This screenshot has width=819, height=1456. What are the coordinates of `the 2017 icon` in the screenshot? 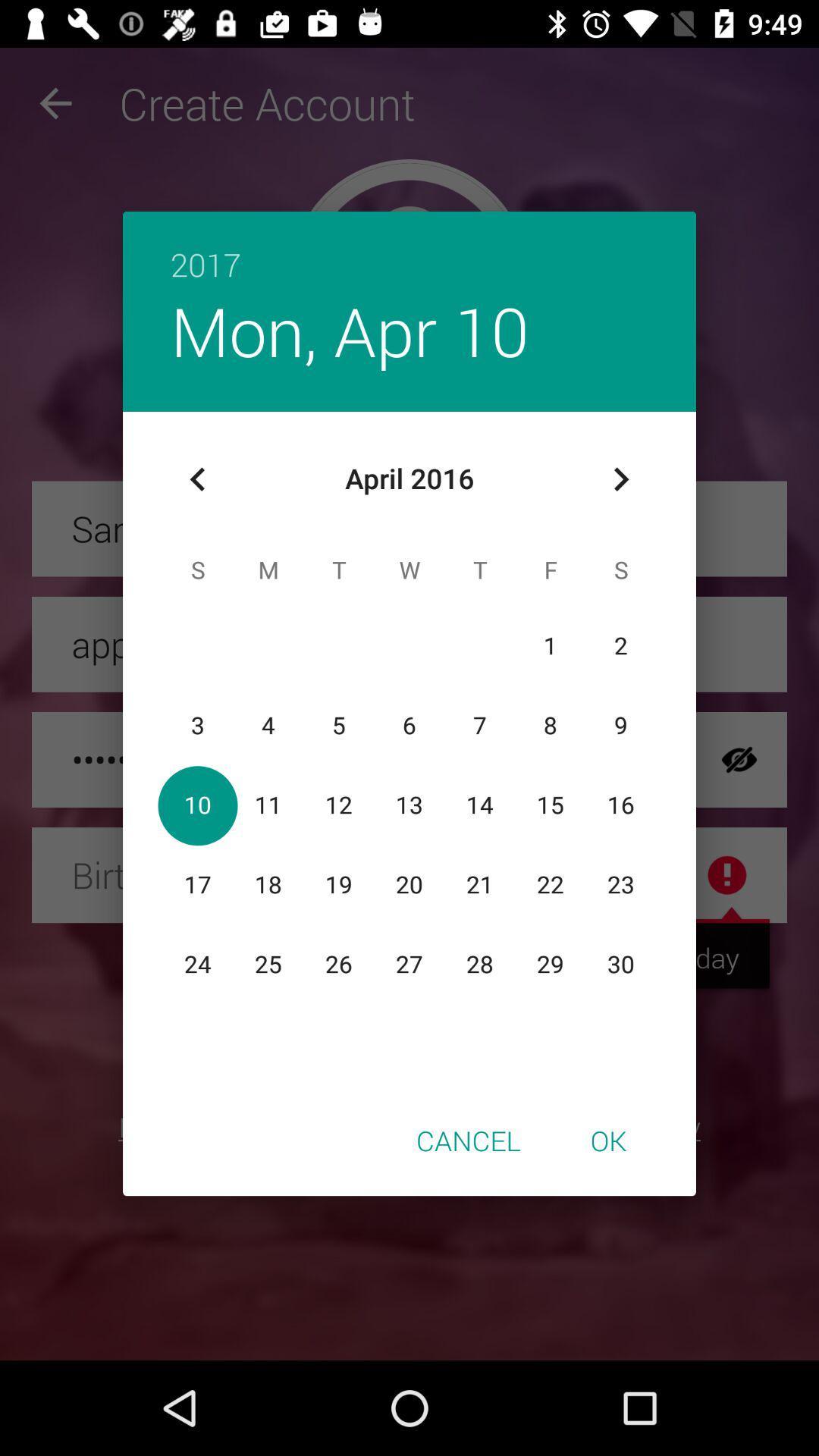 It's located at (409, 249).